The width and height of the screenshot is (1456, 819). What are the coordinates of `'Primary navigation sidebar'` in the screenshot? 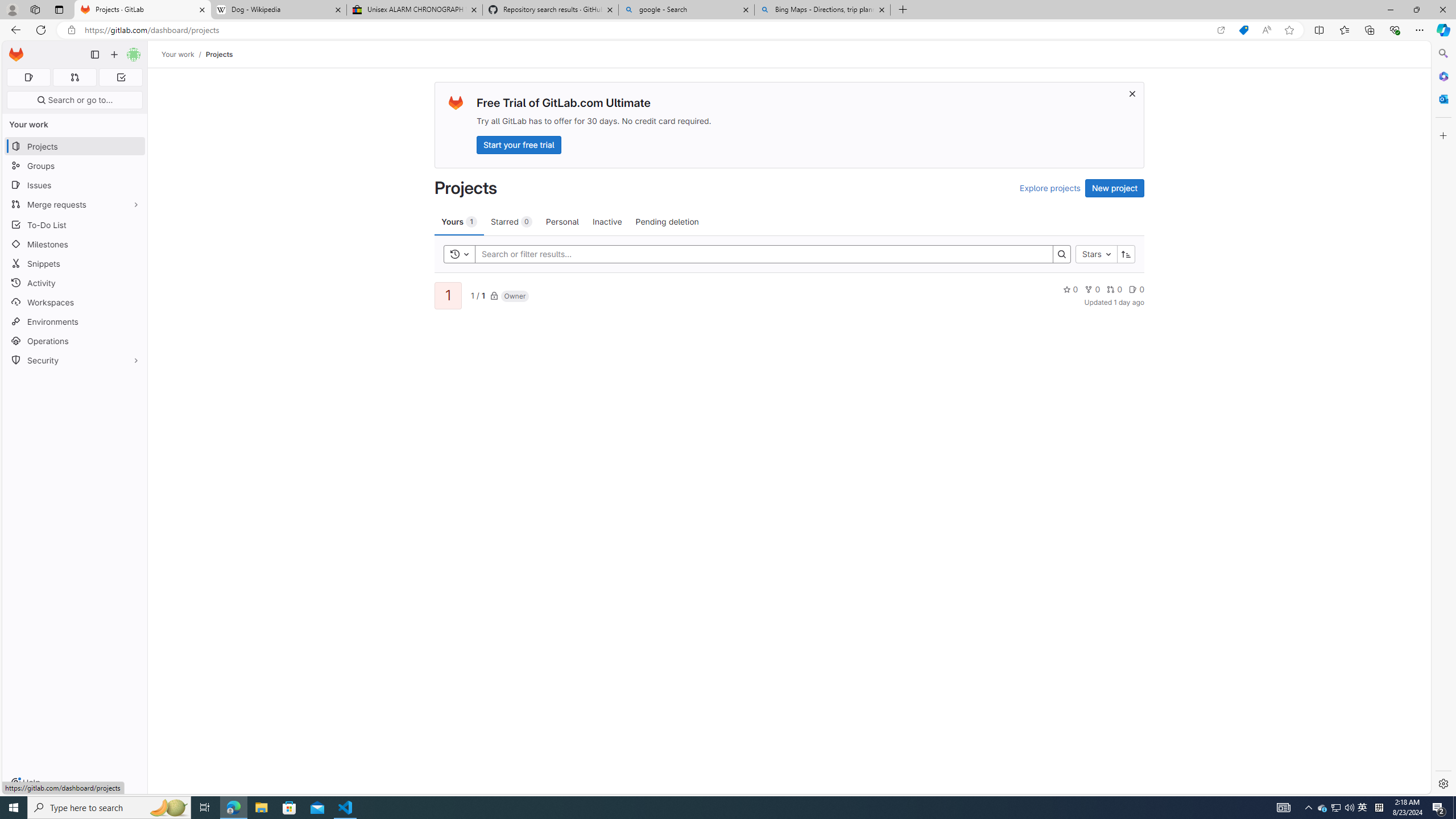 It's located at (94, 54).